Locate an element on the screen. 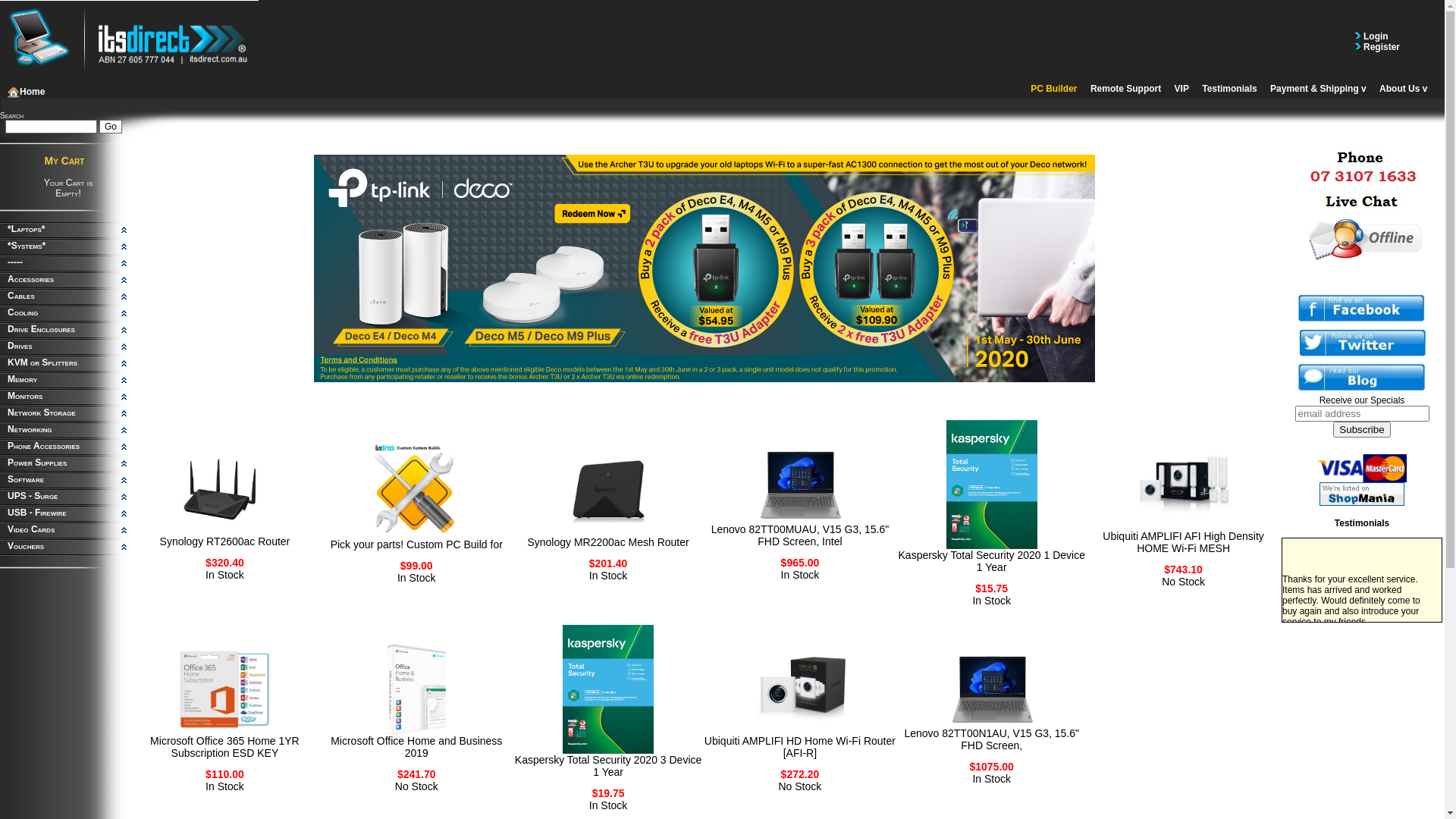  'My Cart is located at coordinates (0, 175).